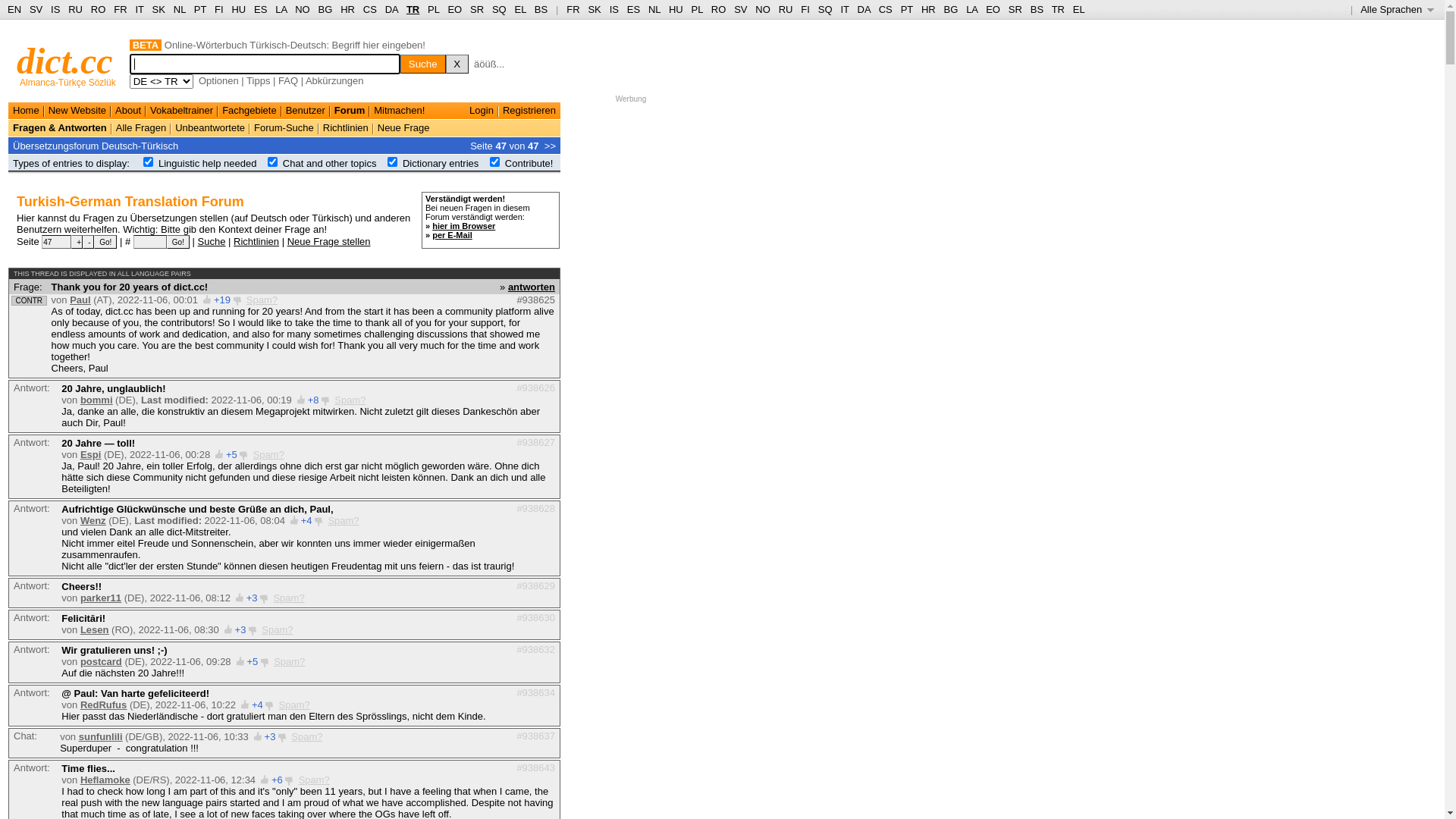 The height and width of the screenshot is (819, 1456). What do you see at coordinates (531, 286) in the screenshot?
I see `'antworten'` at bounding box center [531, 286].